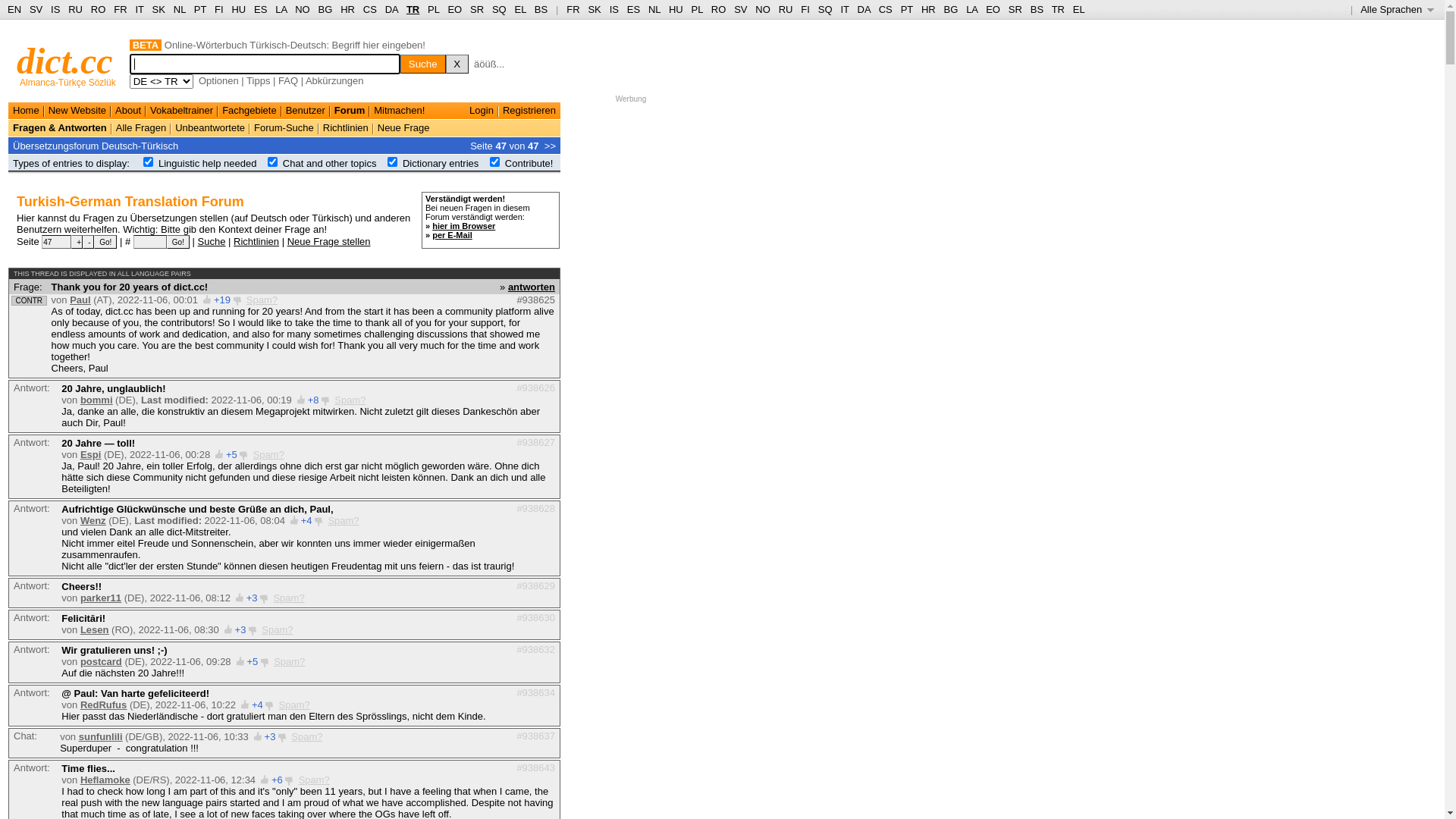 The height and width of the screenshot is (819, 1456). What do you see at coordinates (531, 286) in the screenshot?
I see `'antworten'` at bounding box center [531, 286].